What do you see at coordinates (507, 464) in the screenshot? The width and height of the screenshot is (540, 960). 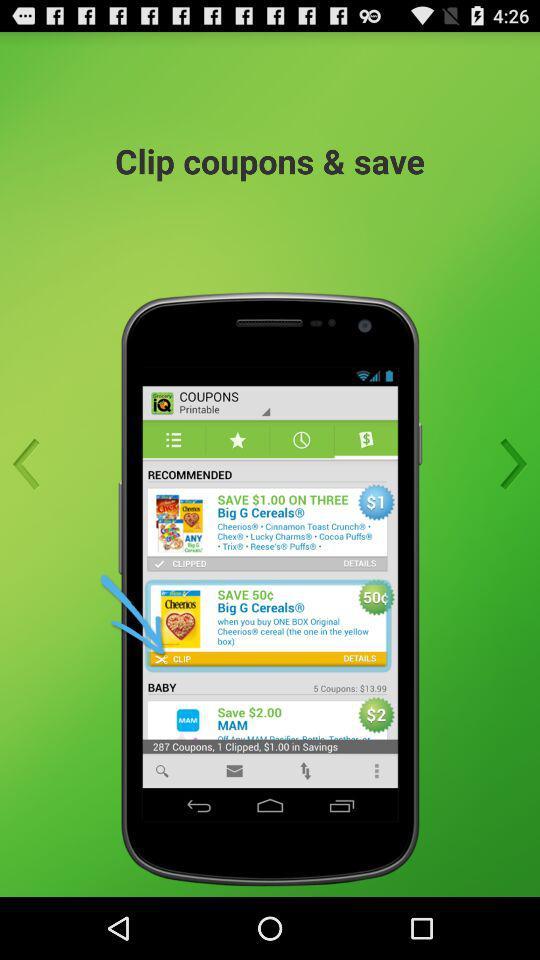 I see `next` at bounding box center [507, 464].